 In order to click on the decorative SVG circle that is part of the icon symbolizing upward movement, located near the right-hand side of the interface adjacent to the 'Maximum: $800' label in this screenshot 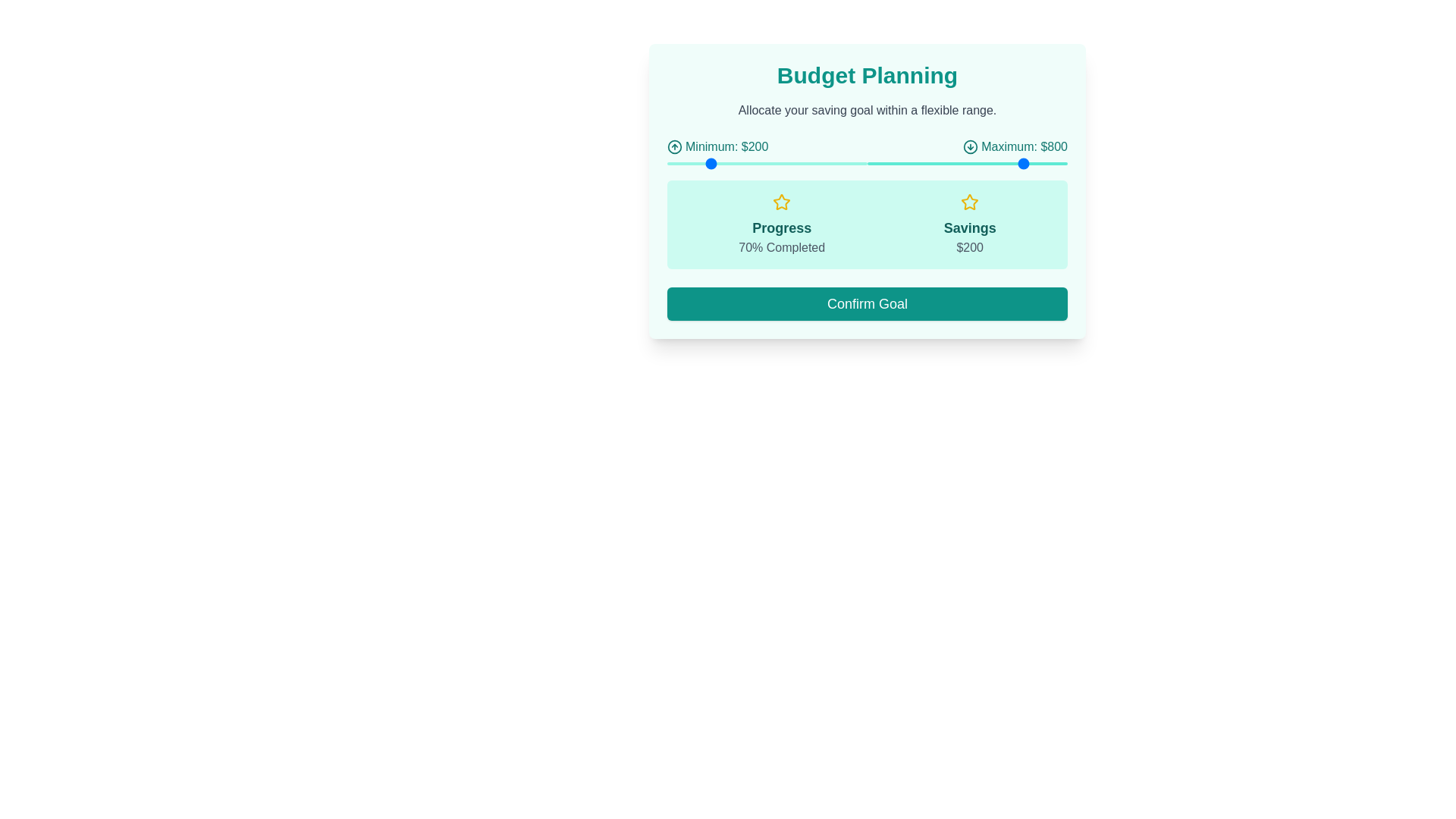, I will do `click(673, 146)`.